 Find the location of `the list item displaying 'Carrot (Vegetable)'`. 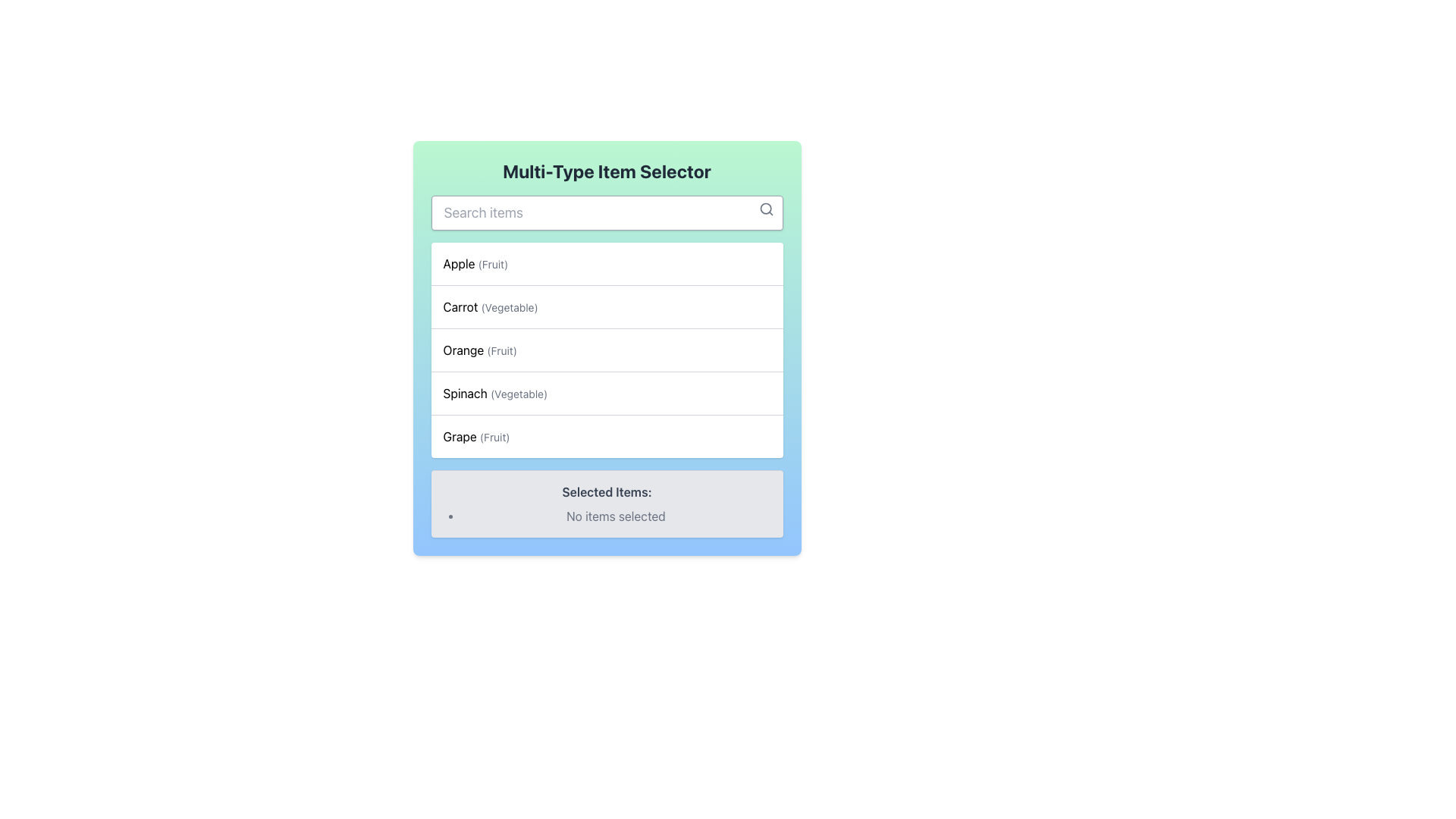

the list item displaying 'Carrot (Vegetable)' is located at coordinates (607, 306).